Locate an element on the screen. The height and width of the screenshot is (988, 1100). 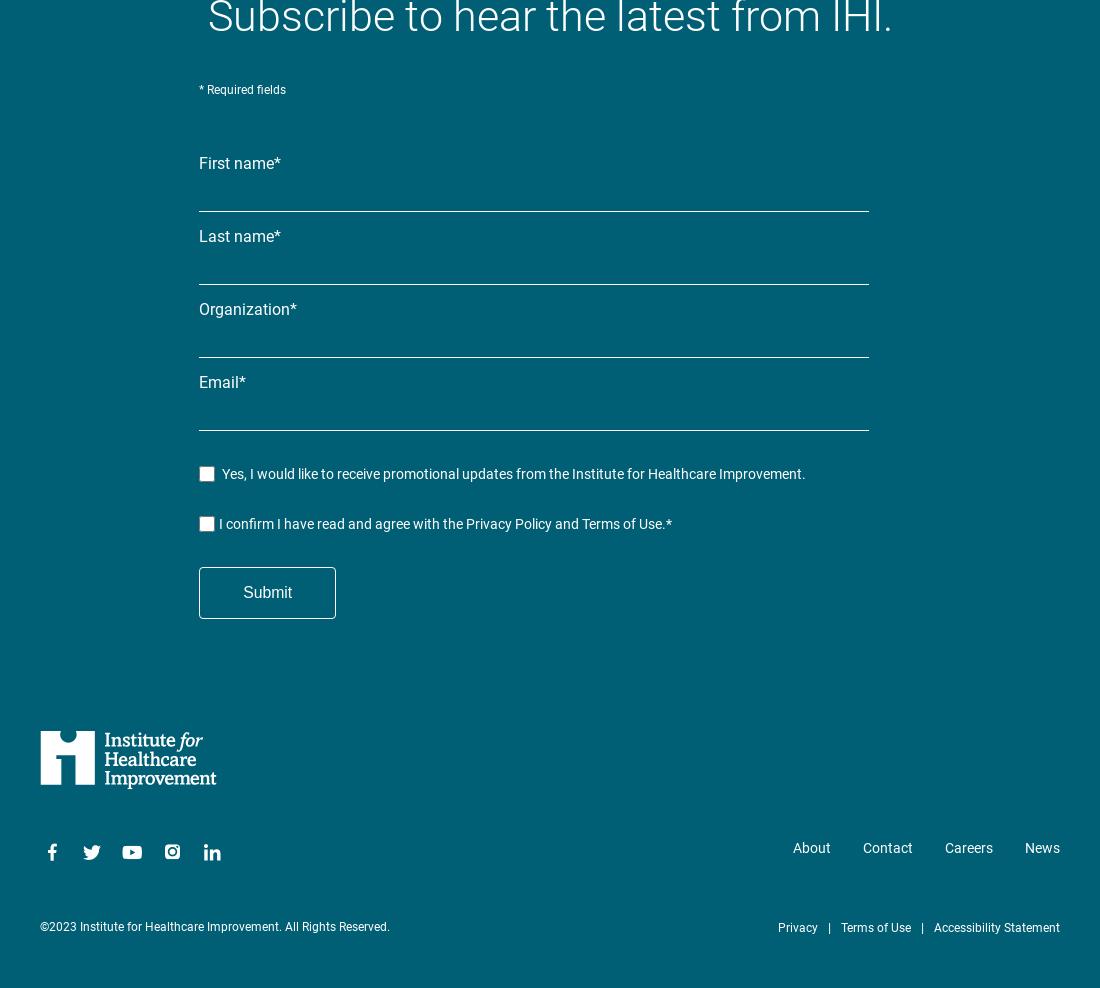
'and' is located at coordinates (566, 523).